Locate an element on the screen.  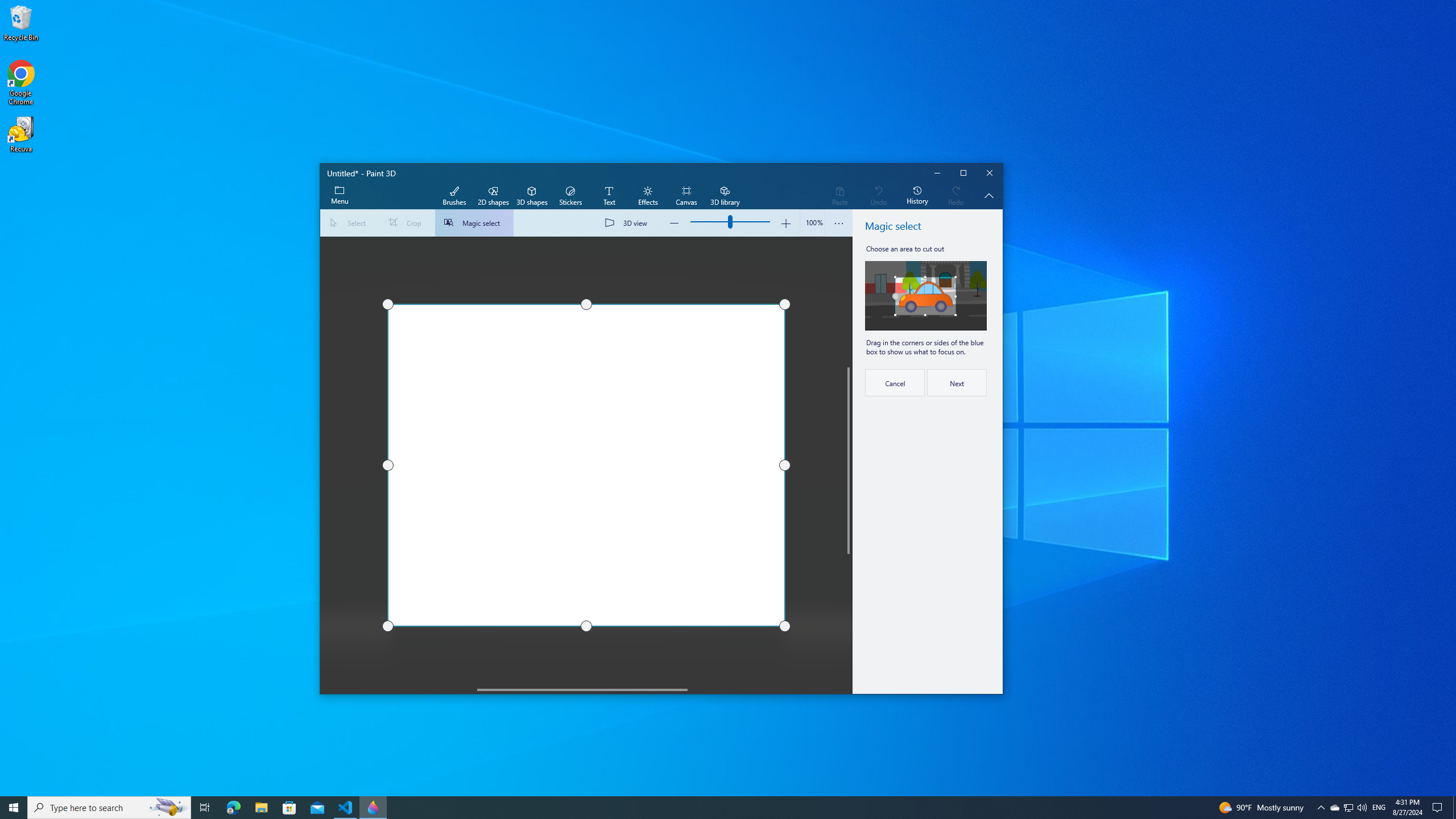
'Tray Input Indicator - English (United States)' is located at coordinates (1379, 806).